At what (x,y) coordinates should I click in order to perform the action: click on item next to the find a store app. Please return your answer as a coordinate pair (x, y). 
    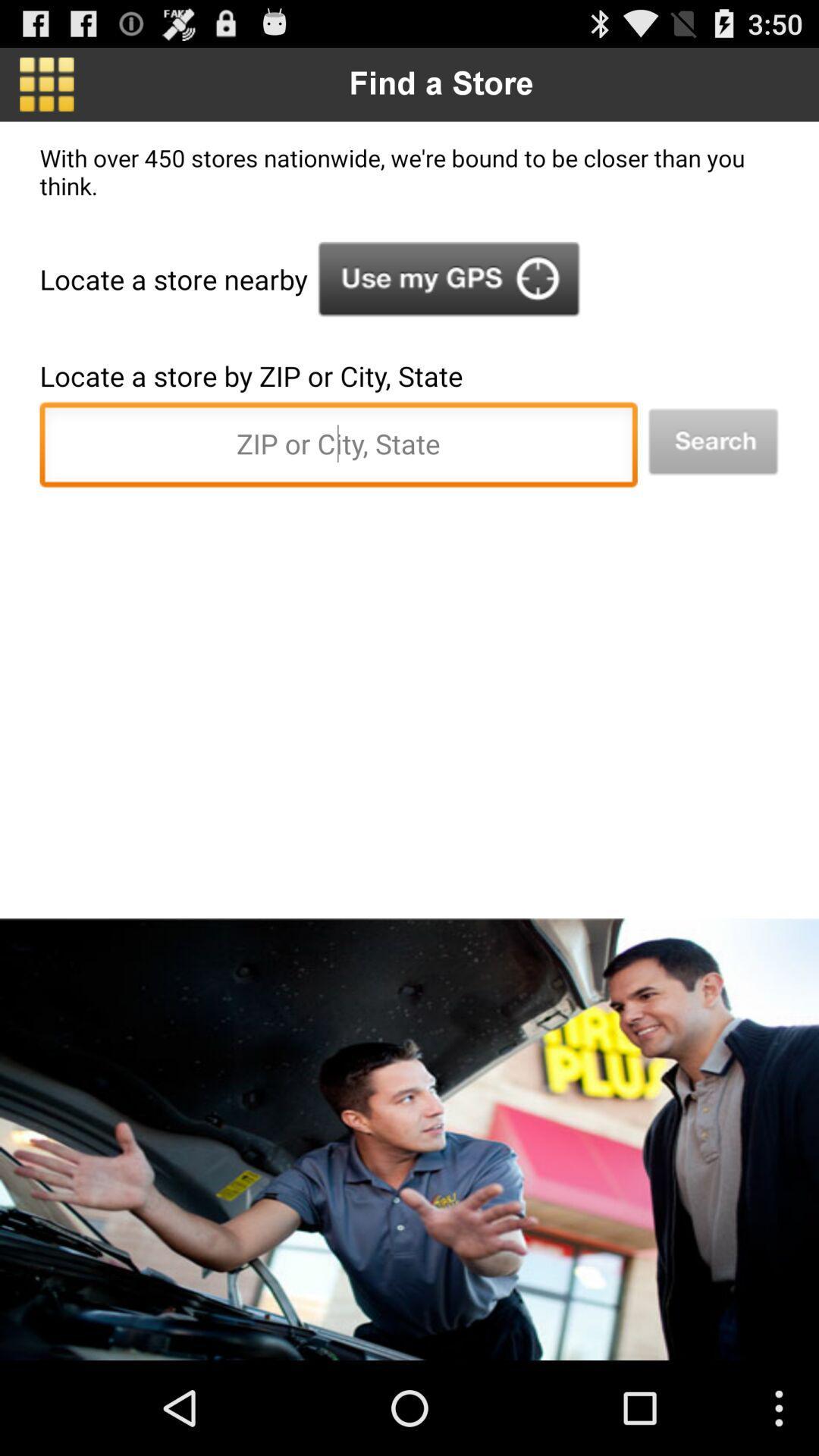
    Looking at the image, I should click on (45, 83).